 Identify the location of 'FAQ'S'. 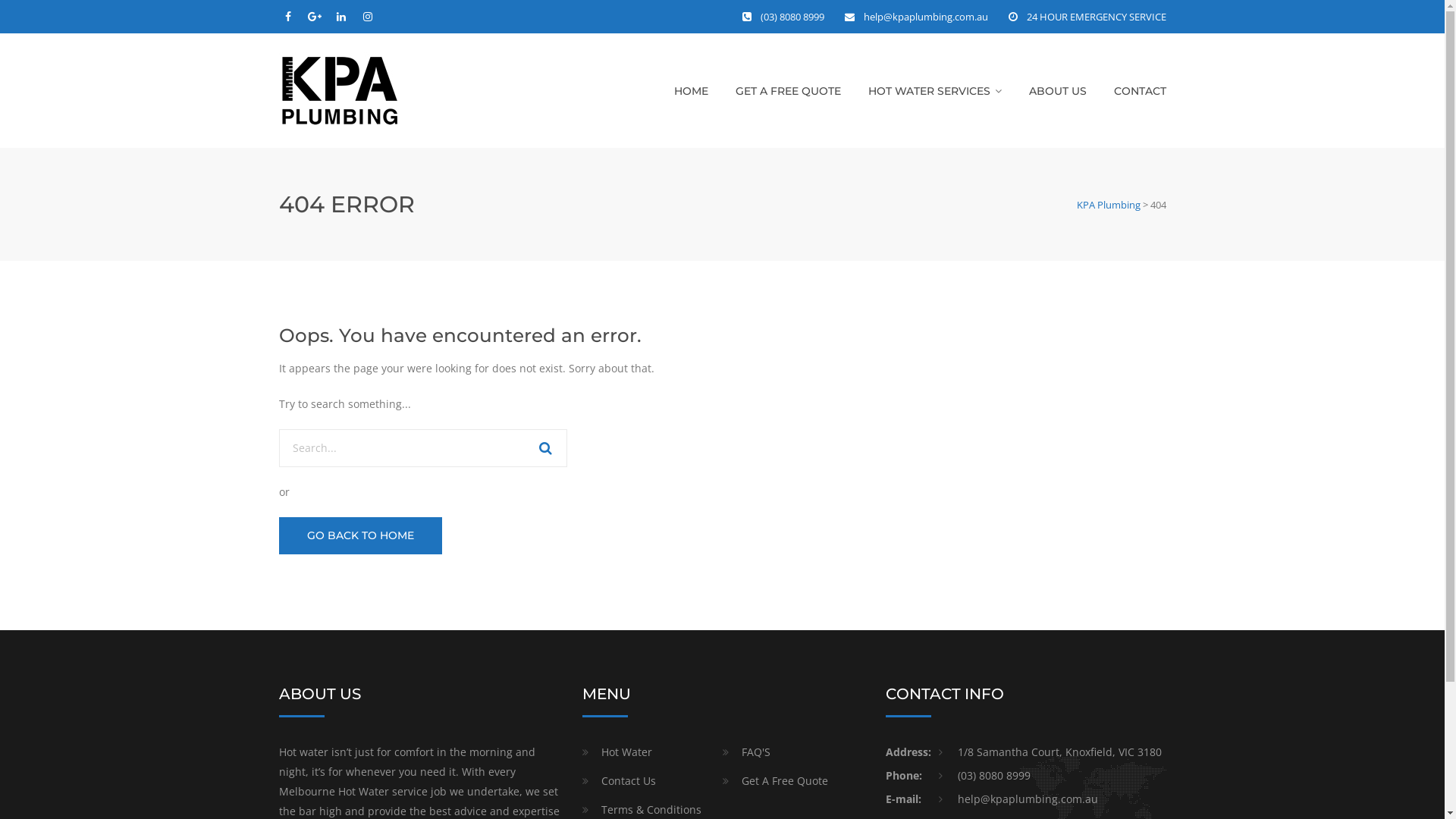
(745, 752).